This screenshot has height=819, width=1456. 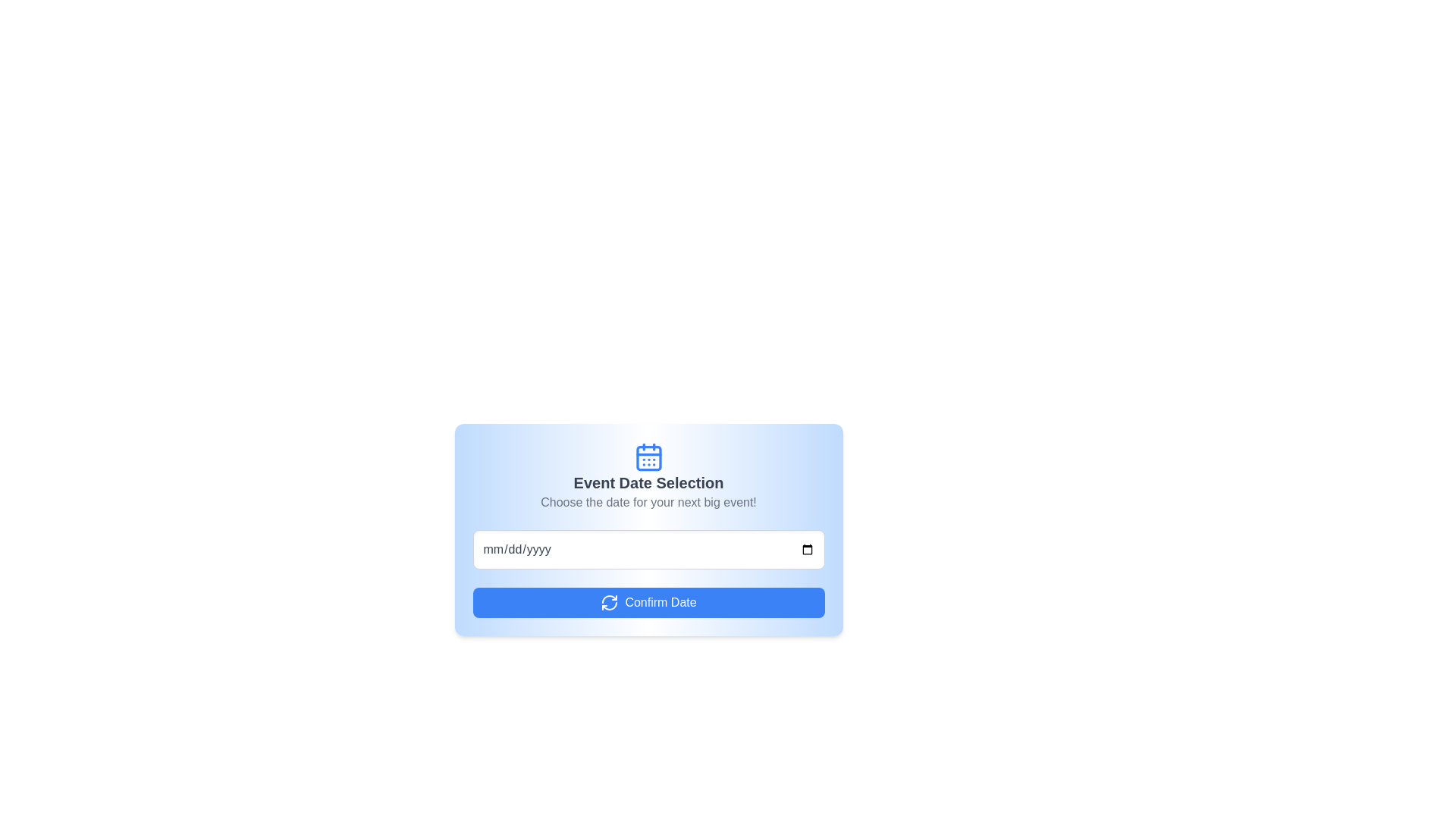 What do you see at coordinates (648, 503) in the screenshot?
I see `the static text displaying 'Choose the date for your next big event!' which is centrally located beneath the heading 'Event Date Selection'` at bounding box center [648, 503].